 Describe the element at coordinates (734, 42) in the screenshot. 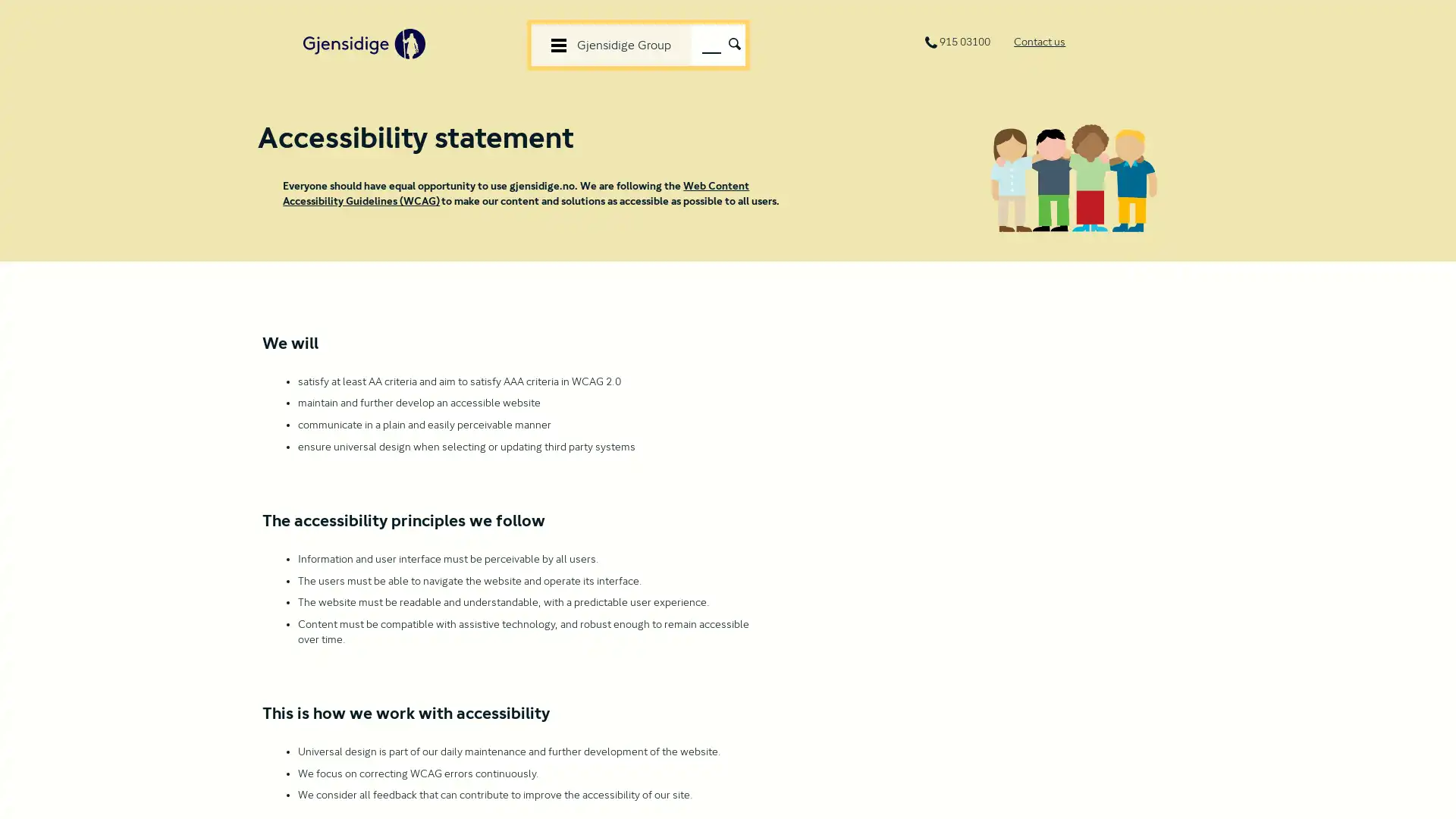

I see `Search button` at that location.